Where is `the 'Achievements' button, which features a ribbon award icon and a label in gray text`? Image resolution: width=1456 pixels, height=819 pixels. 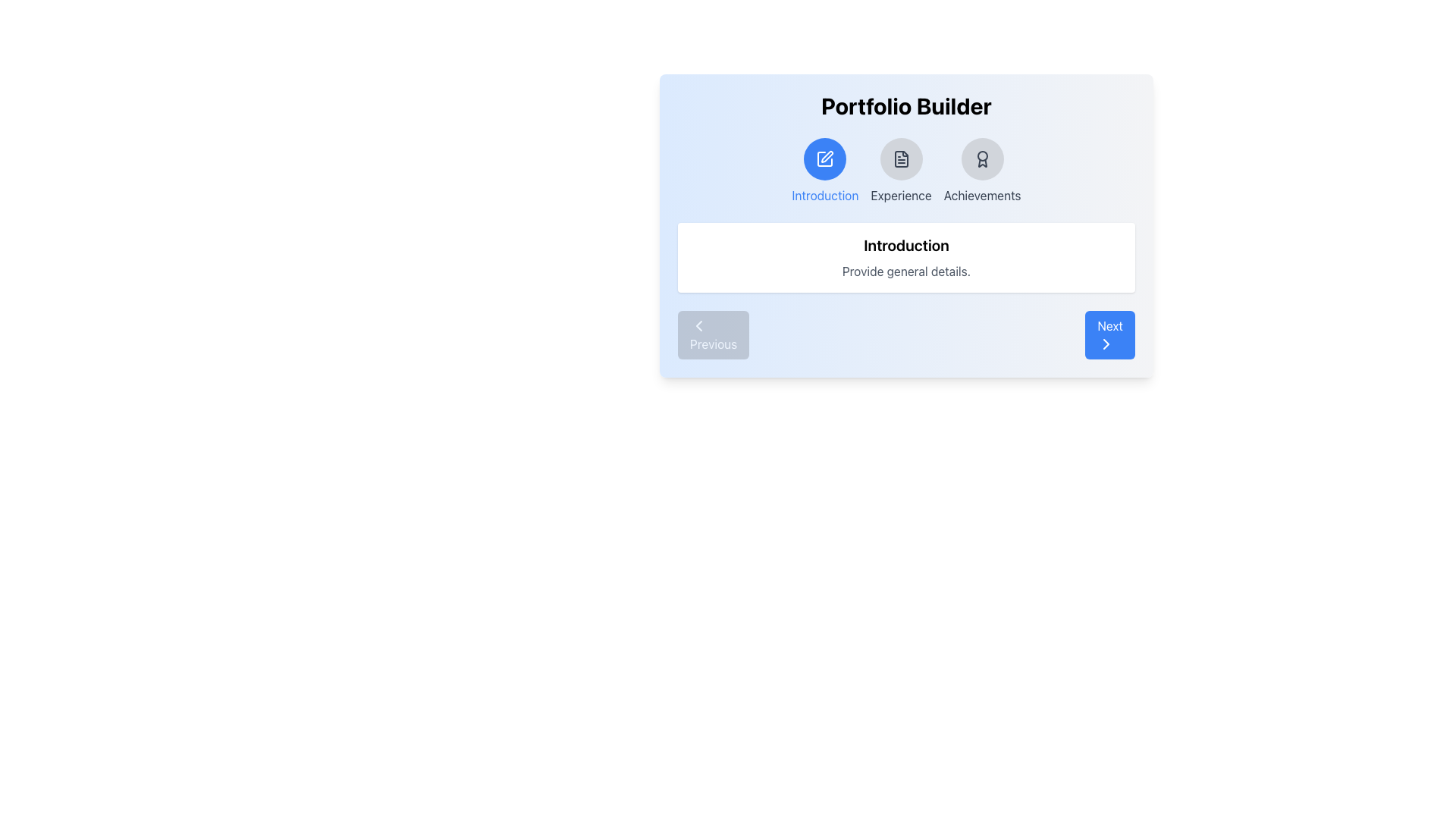
the 'Achievements' button, which features a ribbon award icon and a label in gray text is located at coordinates (982, 171).